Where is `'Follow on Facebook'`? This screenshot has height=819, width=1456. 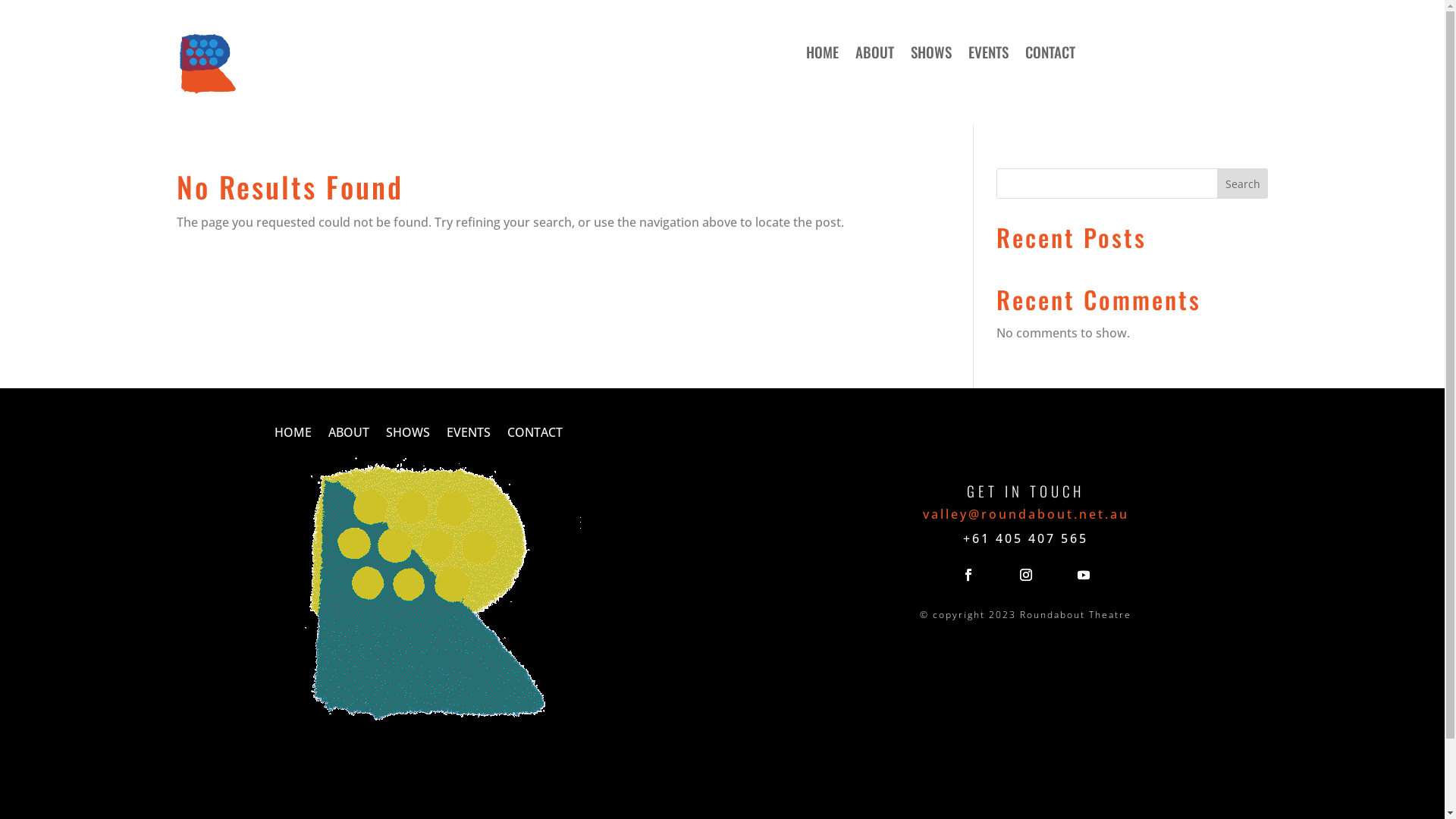 'Follow on Facebook' is located at coordinates (967, 575).